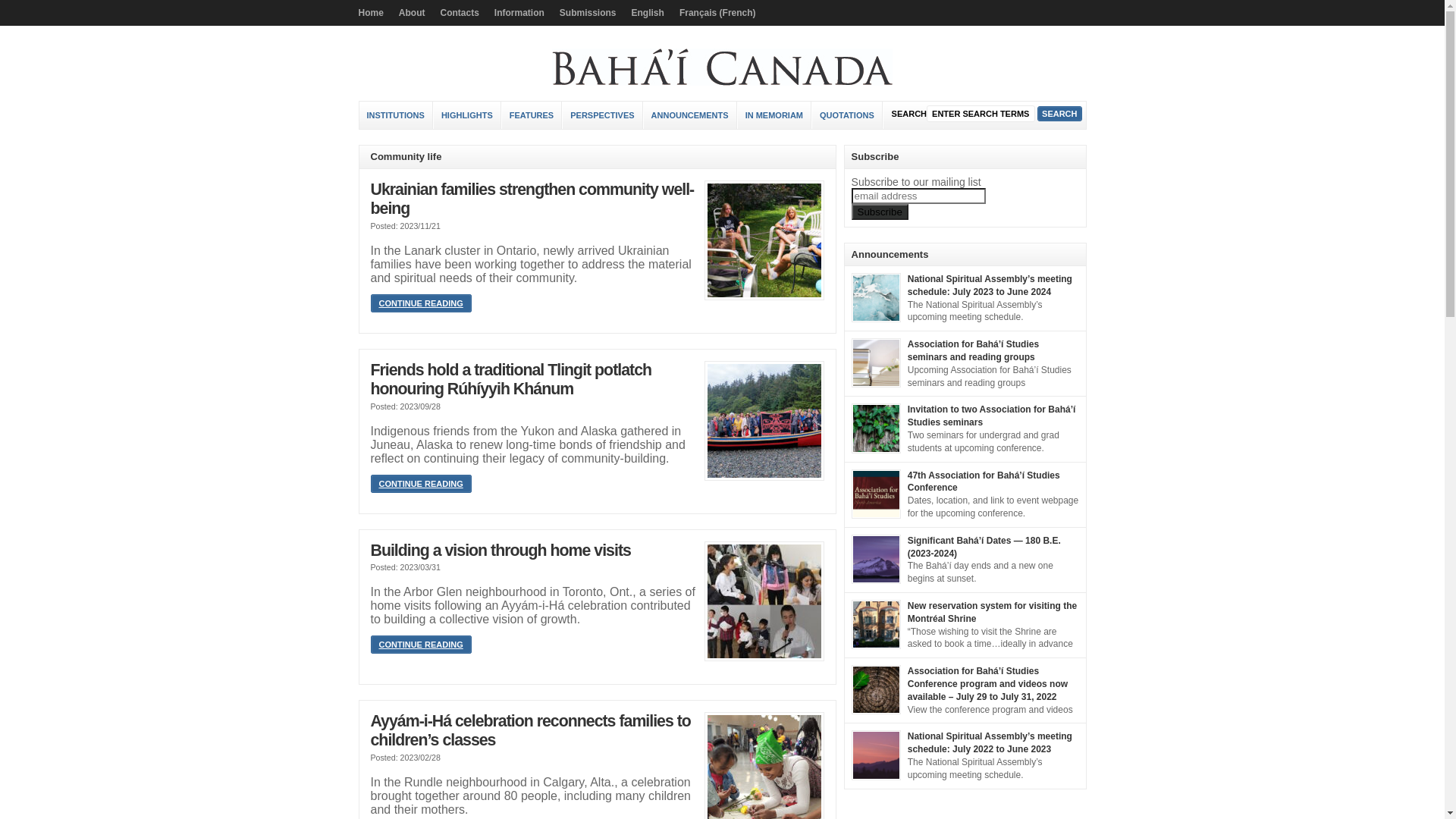 The height and width of the screenshot is (819, 1456). Describe the element at coordinates (689, 114) in the screenshot. I see `'ANNOUNCEMENTS'` at that location.